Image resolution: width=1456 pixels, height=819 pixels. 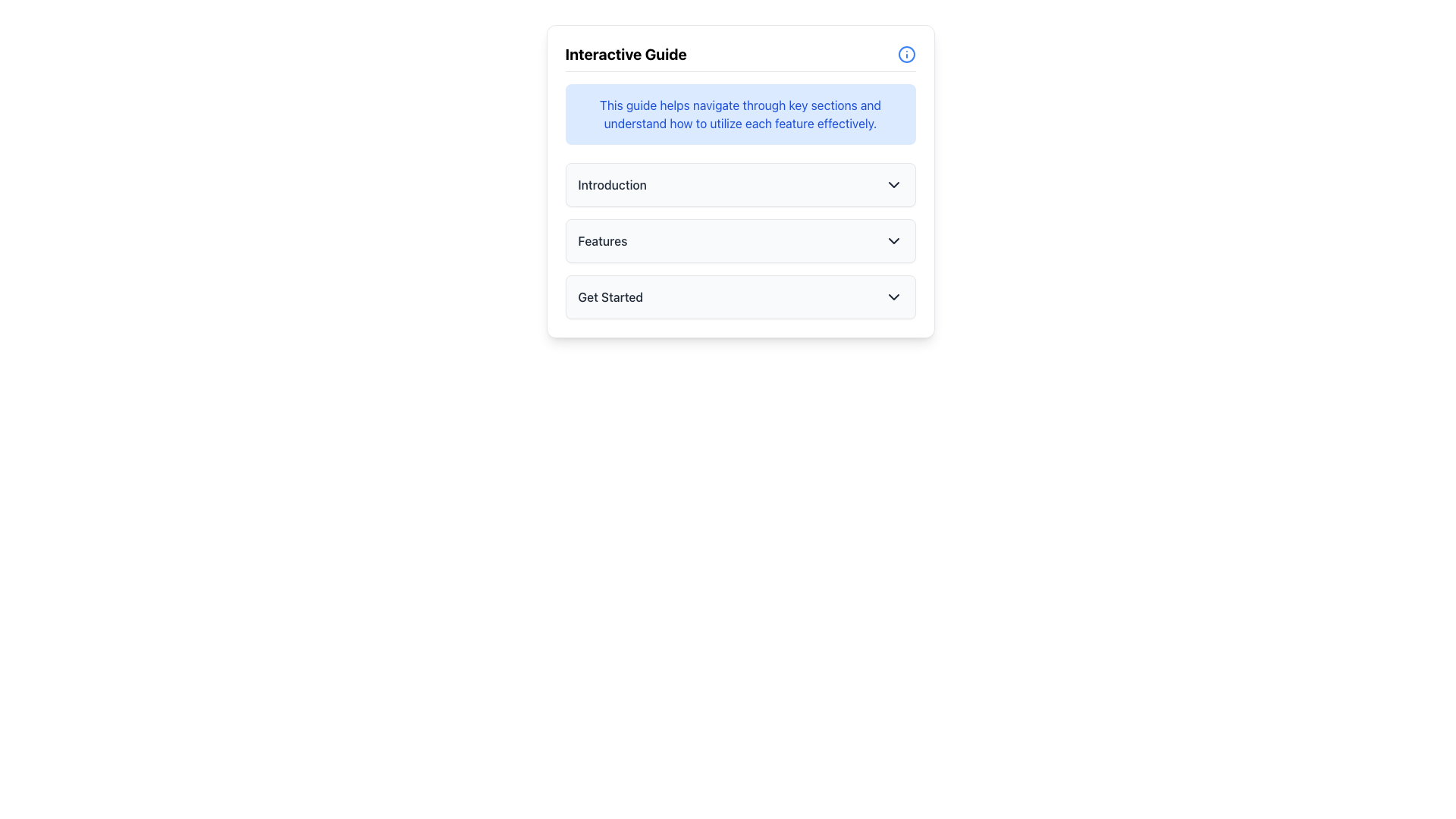 What do you see at coordinates (740, 240) in the screenshot?
I see `the 'Features' dropdown menu item` at bounding box center [740, 240].